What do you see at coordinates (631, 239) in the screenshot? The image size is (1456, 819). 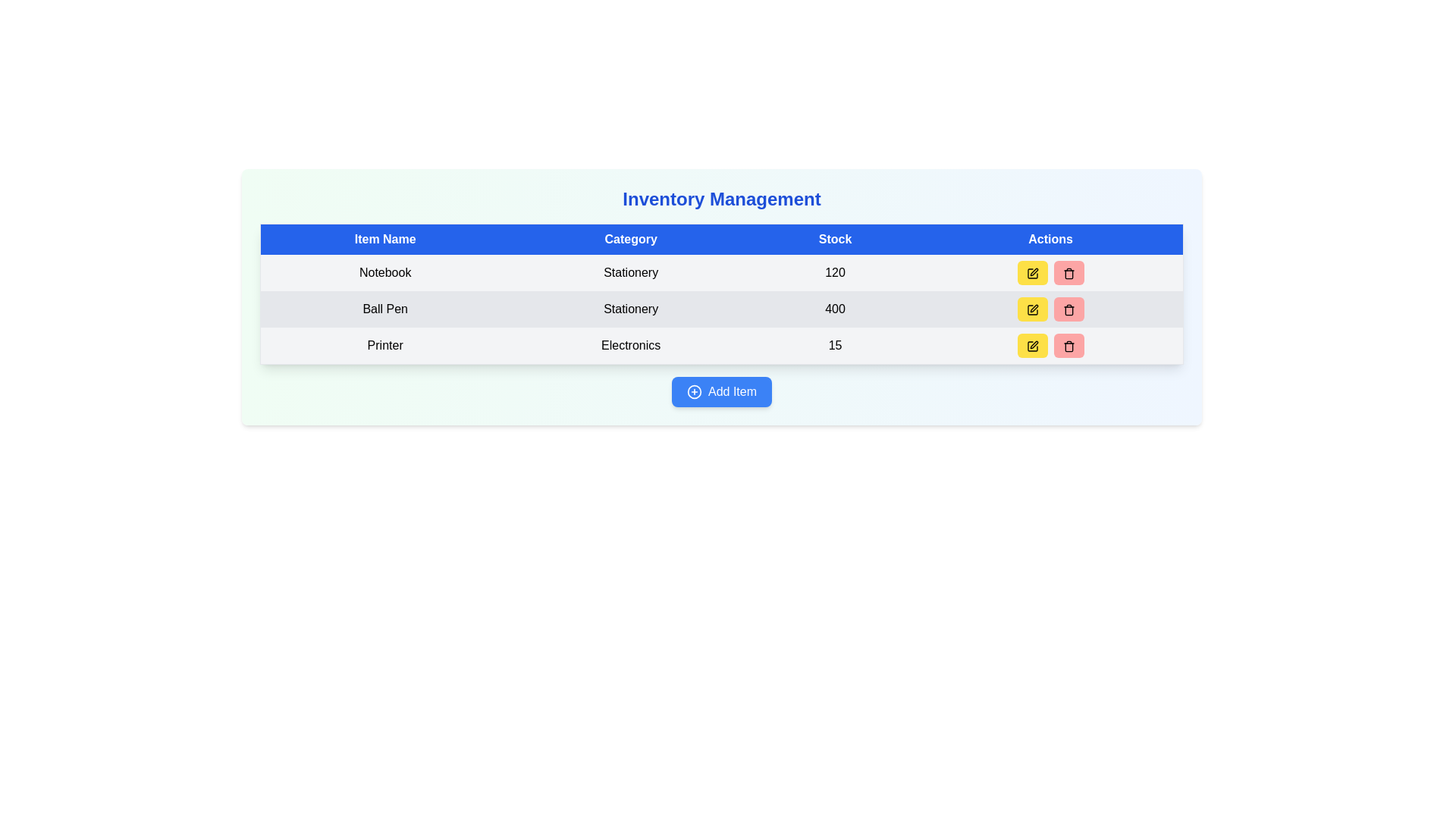 I see `the 'Category' label in the second column header of the table, located directly below the 'Inventory Management' title` at bounding box center [631, 239].